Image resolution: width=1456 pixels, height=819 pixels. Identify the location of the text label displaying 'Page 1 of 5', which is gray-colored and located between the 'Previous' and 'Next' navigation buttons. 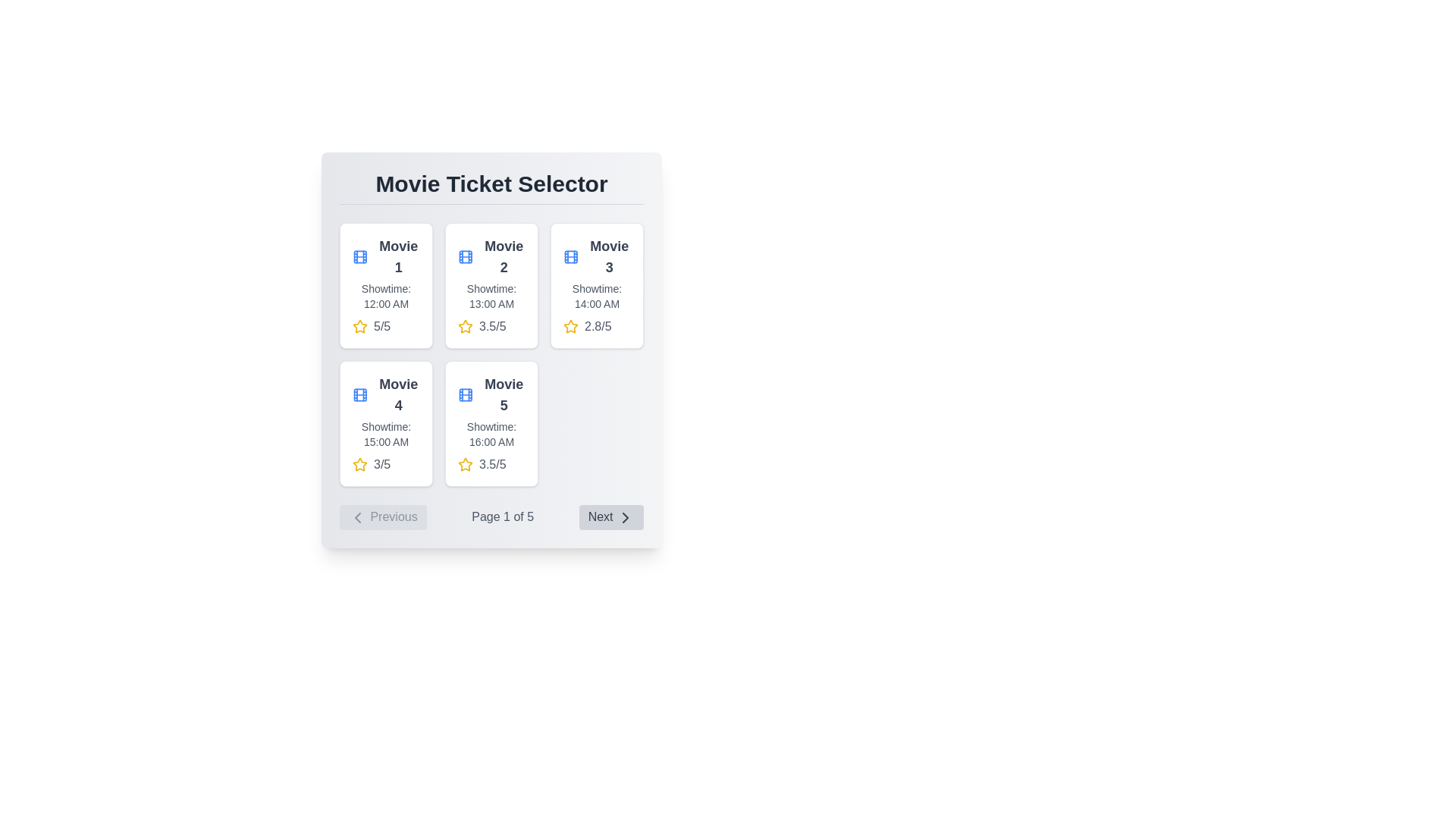
(503, 516).